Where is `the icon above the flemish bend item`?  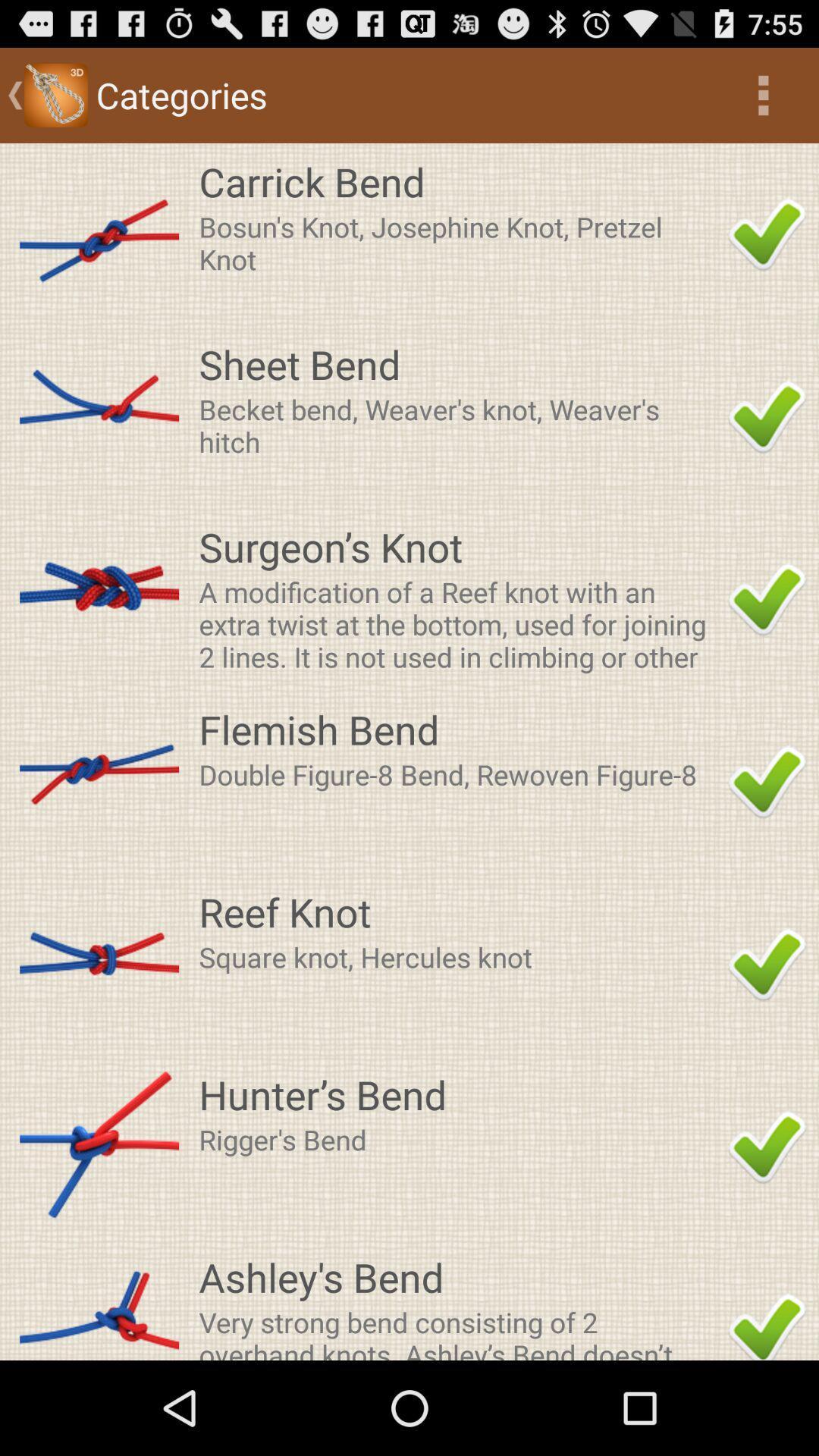 the icon above the flemish bend item is located at coordinates (458, 623).